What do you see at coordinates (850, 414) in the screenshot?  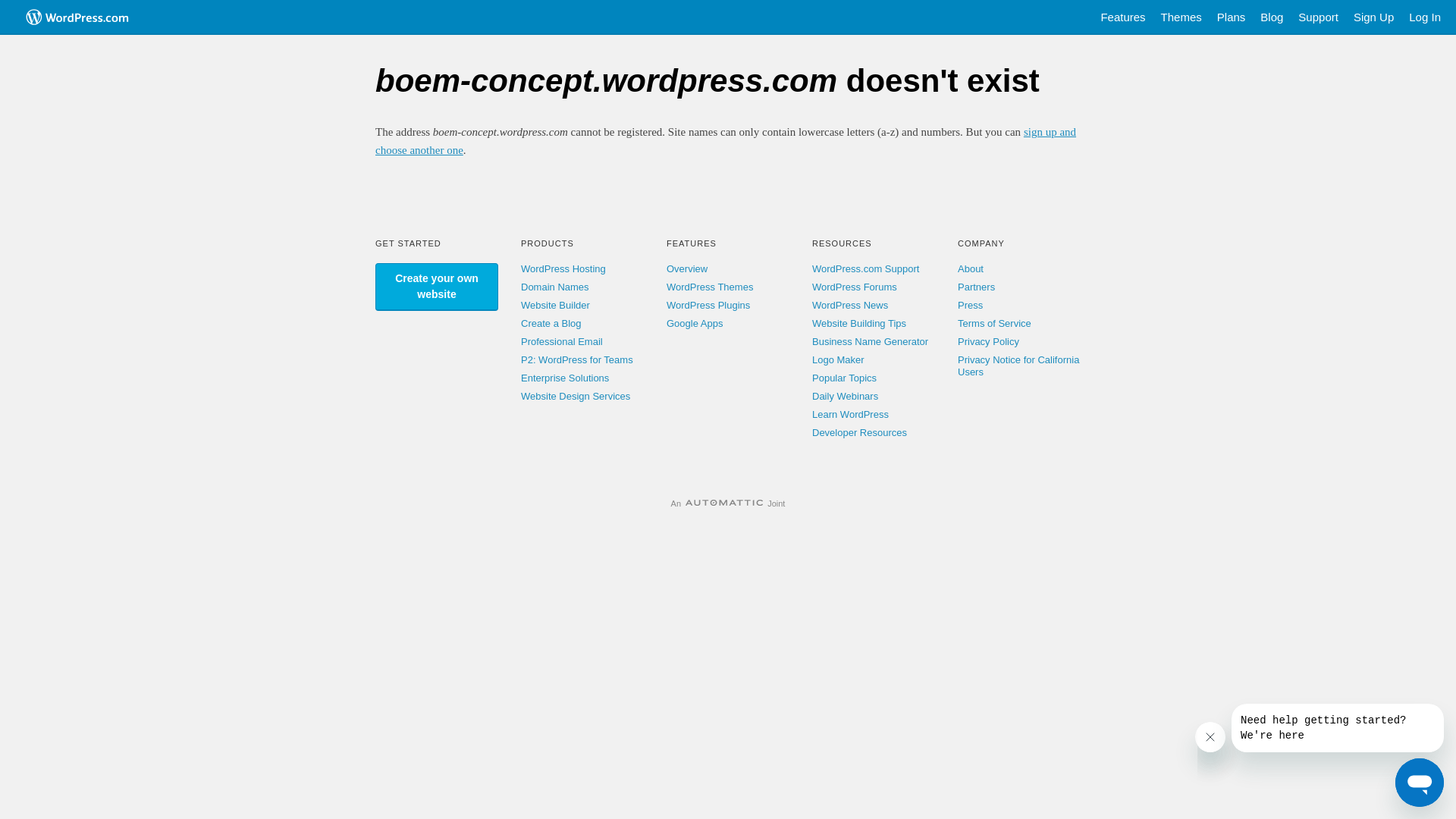 I see `'Learn WordPress'` at bounding box center [850, 414].